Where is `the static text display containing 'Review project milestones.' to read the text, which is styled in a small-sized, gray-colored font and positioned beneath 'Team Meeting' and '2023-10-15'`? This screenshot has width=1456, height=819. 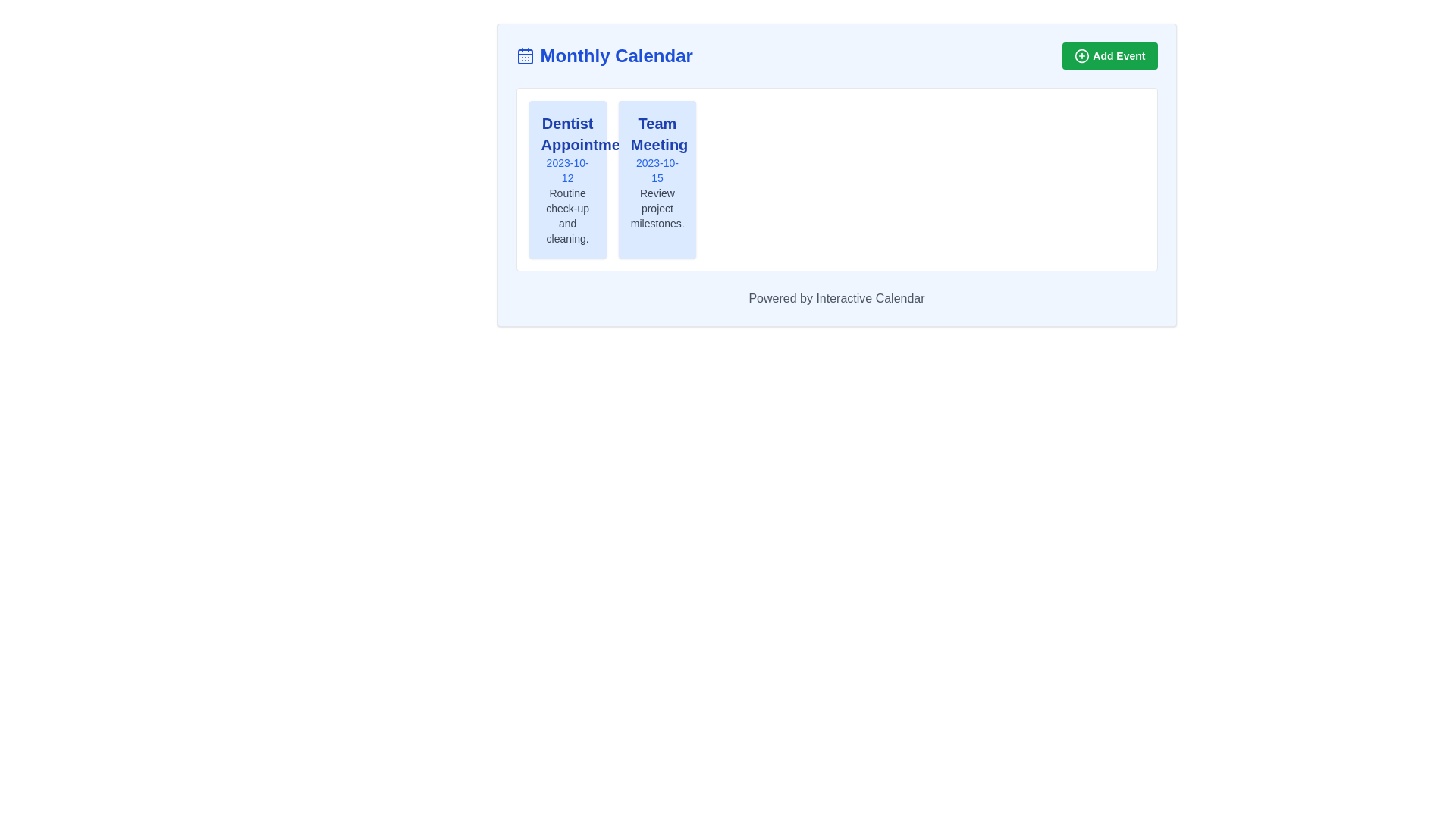 the static text display containing 'Review project milestones.' to read the text, which is styled in a small-sized, gray-colored font and positioned beneath 'Team Meeting' and '2023-10-15' is located at coordinates (657, 208).